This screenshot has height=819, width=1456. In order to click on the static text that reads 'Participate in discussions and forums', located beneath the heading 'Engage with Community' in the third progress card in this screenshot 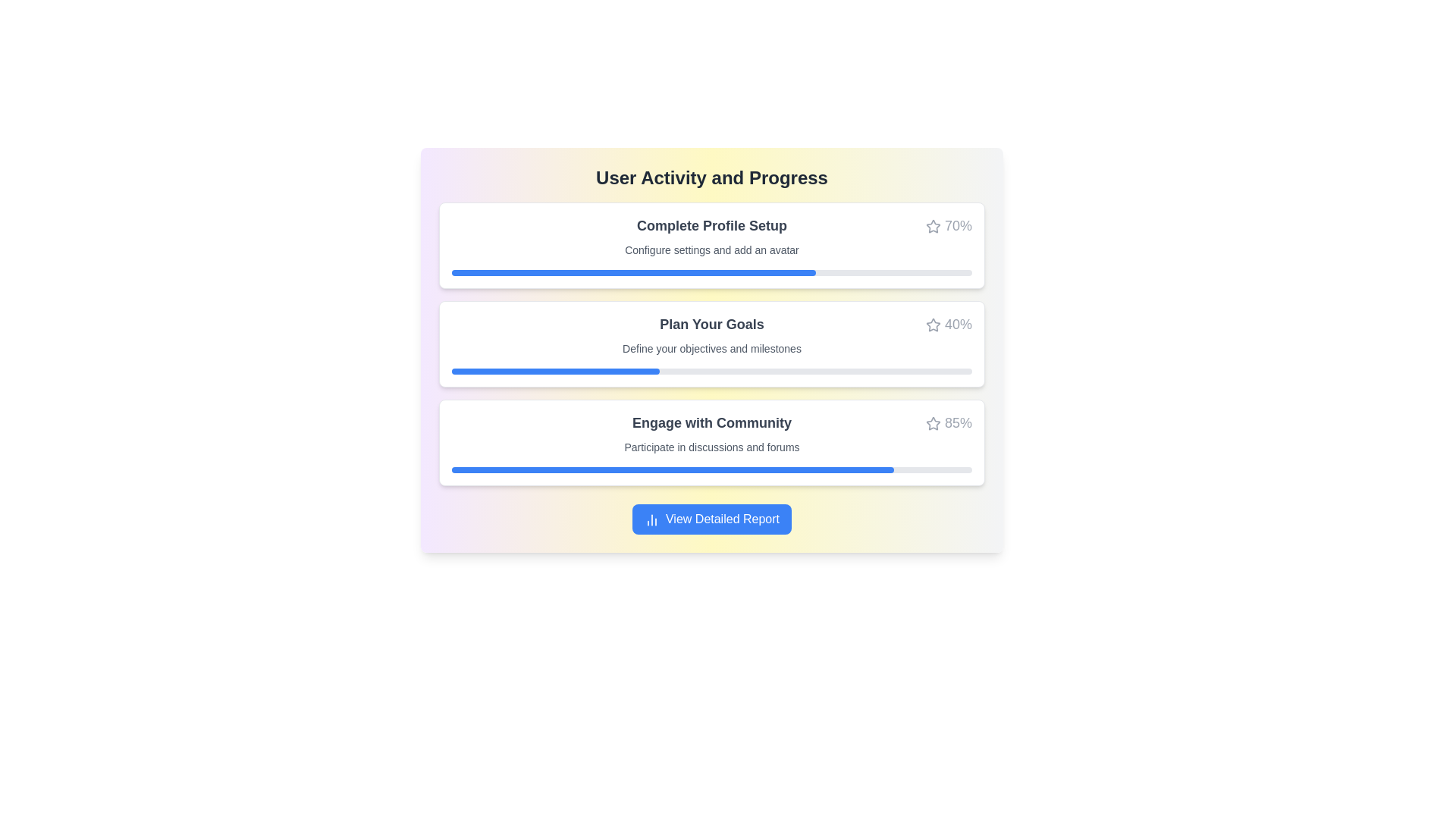, I will do `click(711, 447)`.